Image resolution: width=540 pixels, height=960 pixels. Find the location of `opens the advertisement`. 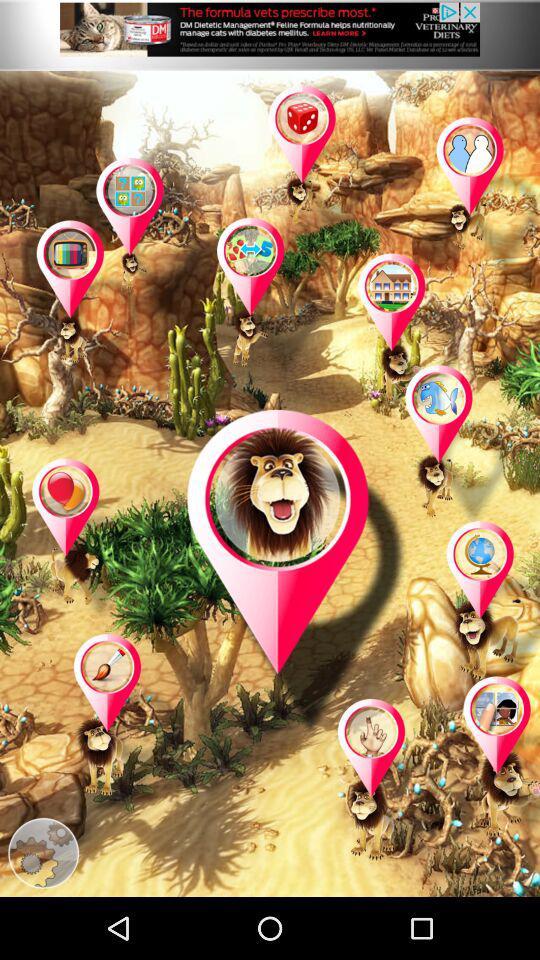

opens the advertisement is located at coordinates (270, 34).